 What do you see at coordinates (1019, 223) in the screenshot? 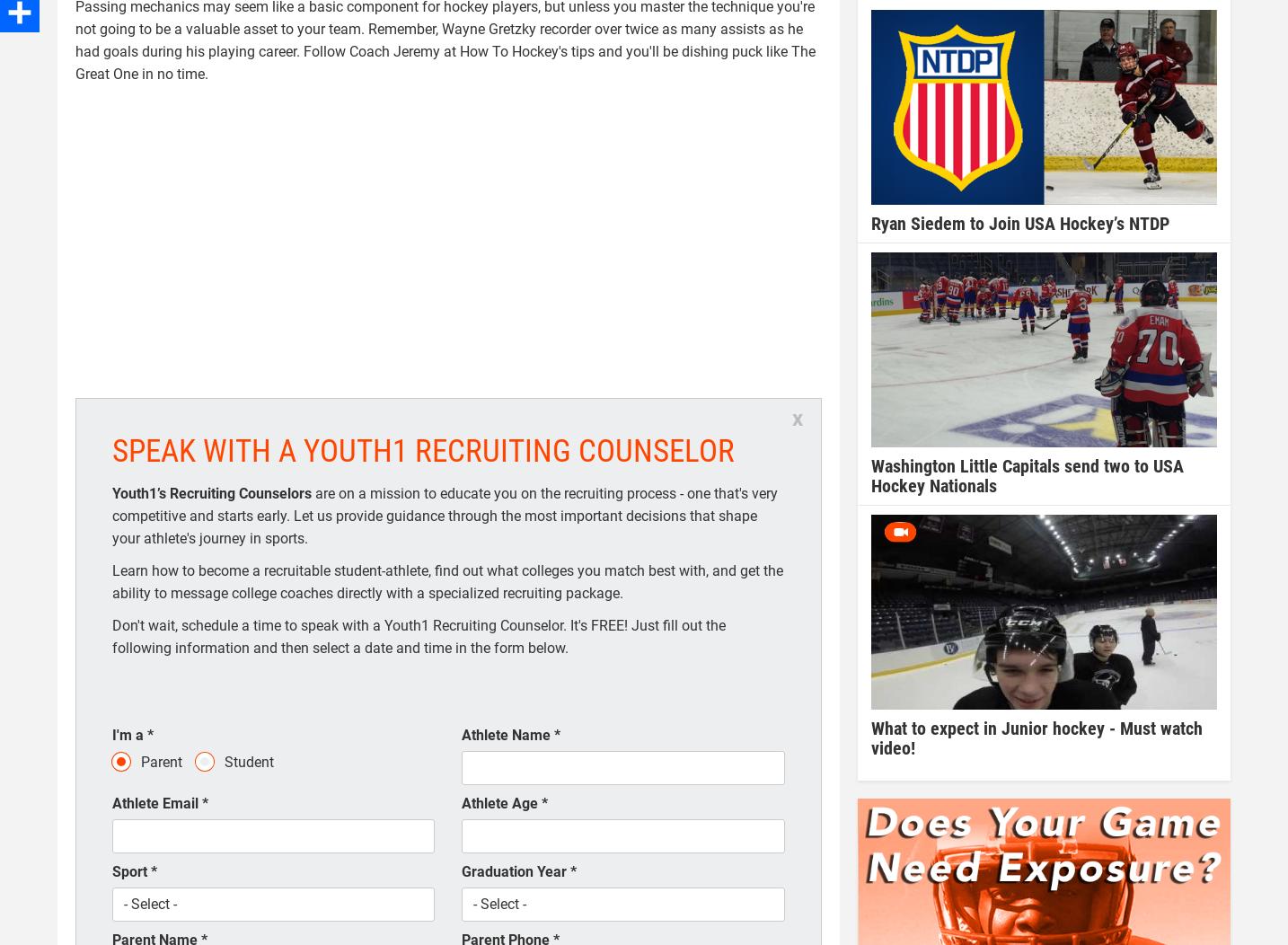
I see `'Ryan Siedem to Join USA Hockey’s NTDP'` at bounding box center [1019, 223].